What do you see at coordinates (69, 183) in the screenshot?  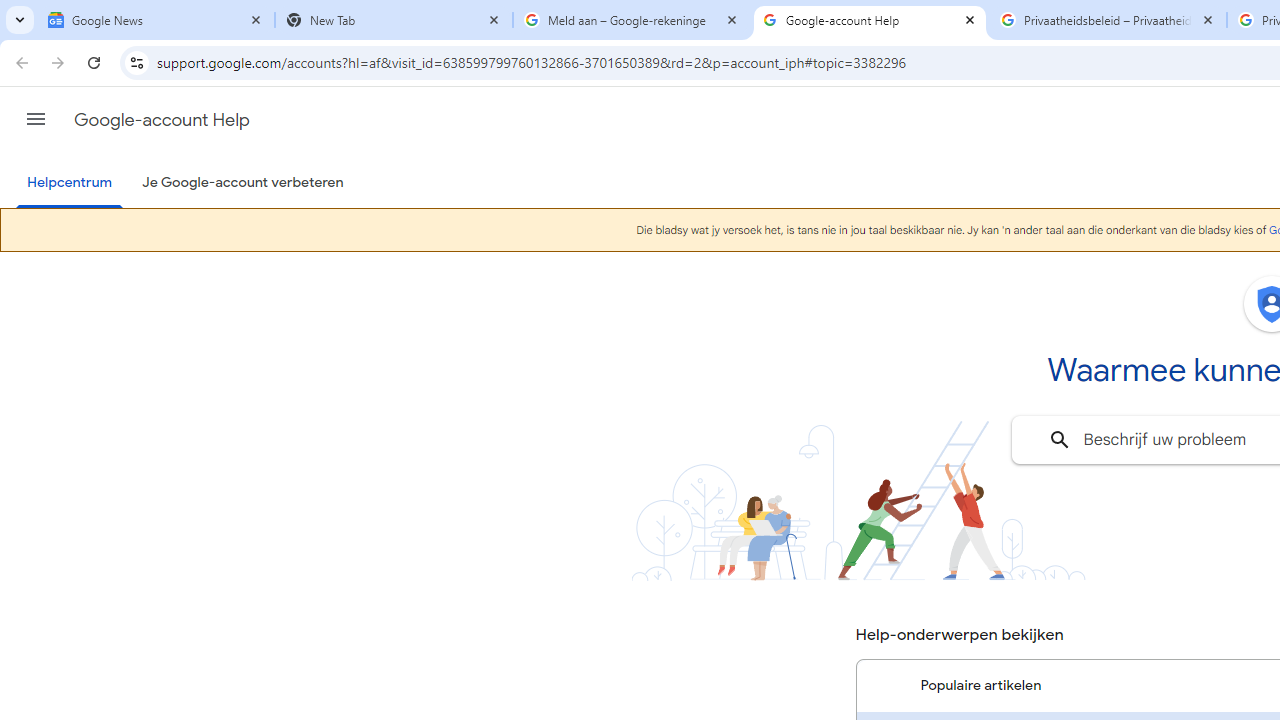 I see `'Helpcentrum'` at bounding box center [69, 183].